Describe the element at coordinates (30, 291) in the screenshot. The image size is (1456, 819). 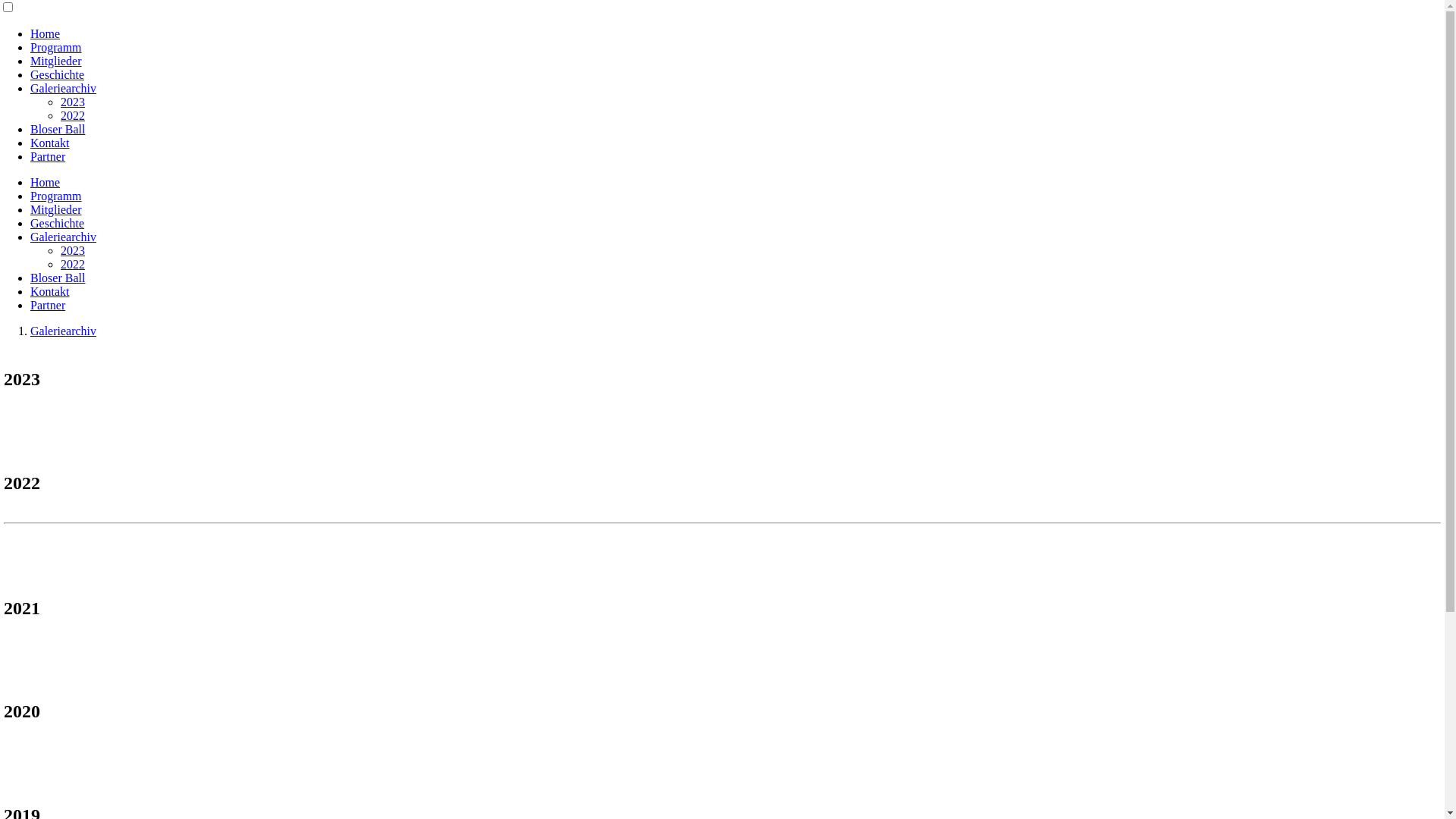
I see `'Kontakt'` at that location.